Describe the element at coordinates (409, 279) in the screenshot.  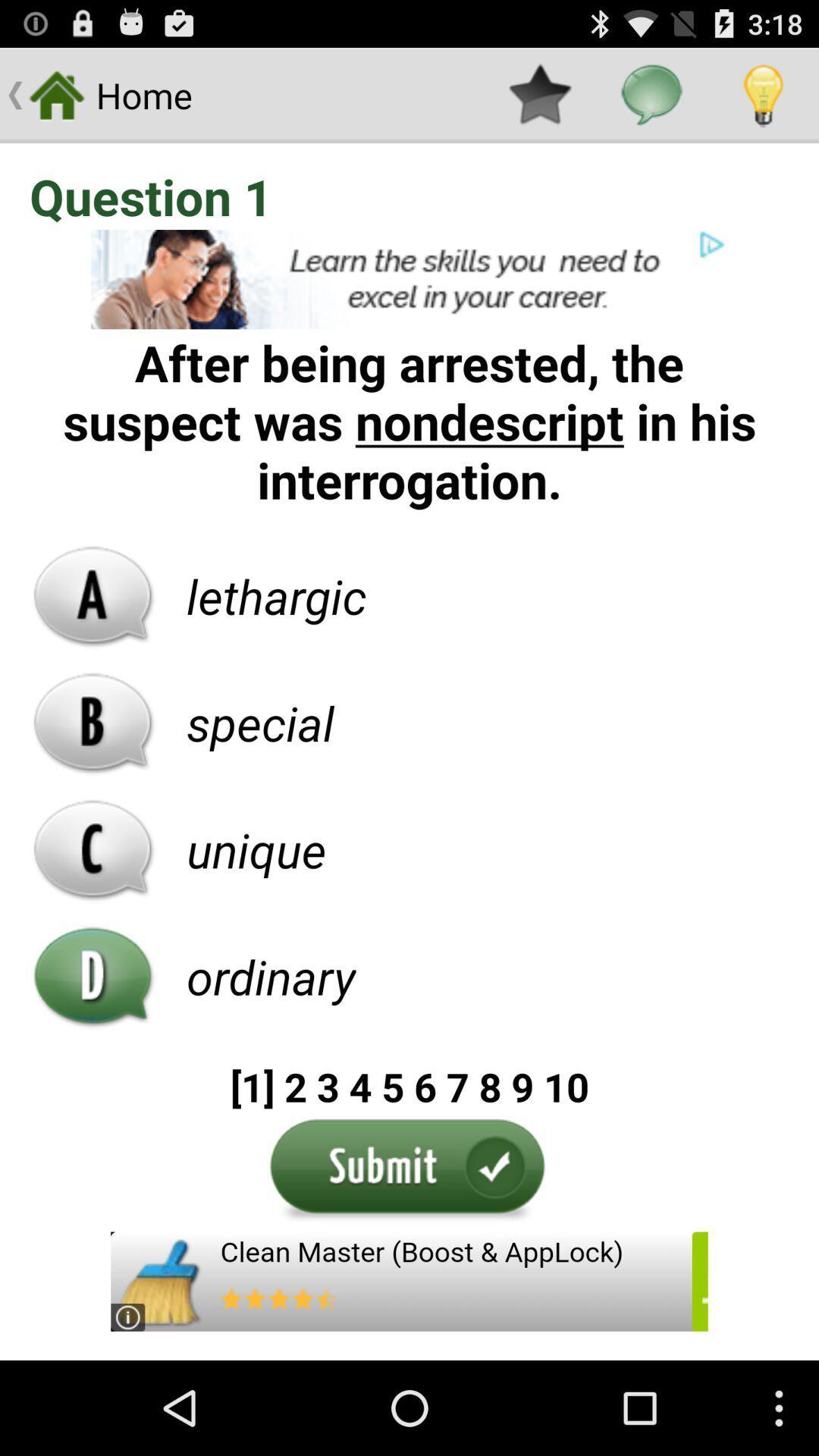
I see `link to advertisement` at that location.